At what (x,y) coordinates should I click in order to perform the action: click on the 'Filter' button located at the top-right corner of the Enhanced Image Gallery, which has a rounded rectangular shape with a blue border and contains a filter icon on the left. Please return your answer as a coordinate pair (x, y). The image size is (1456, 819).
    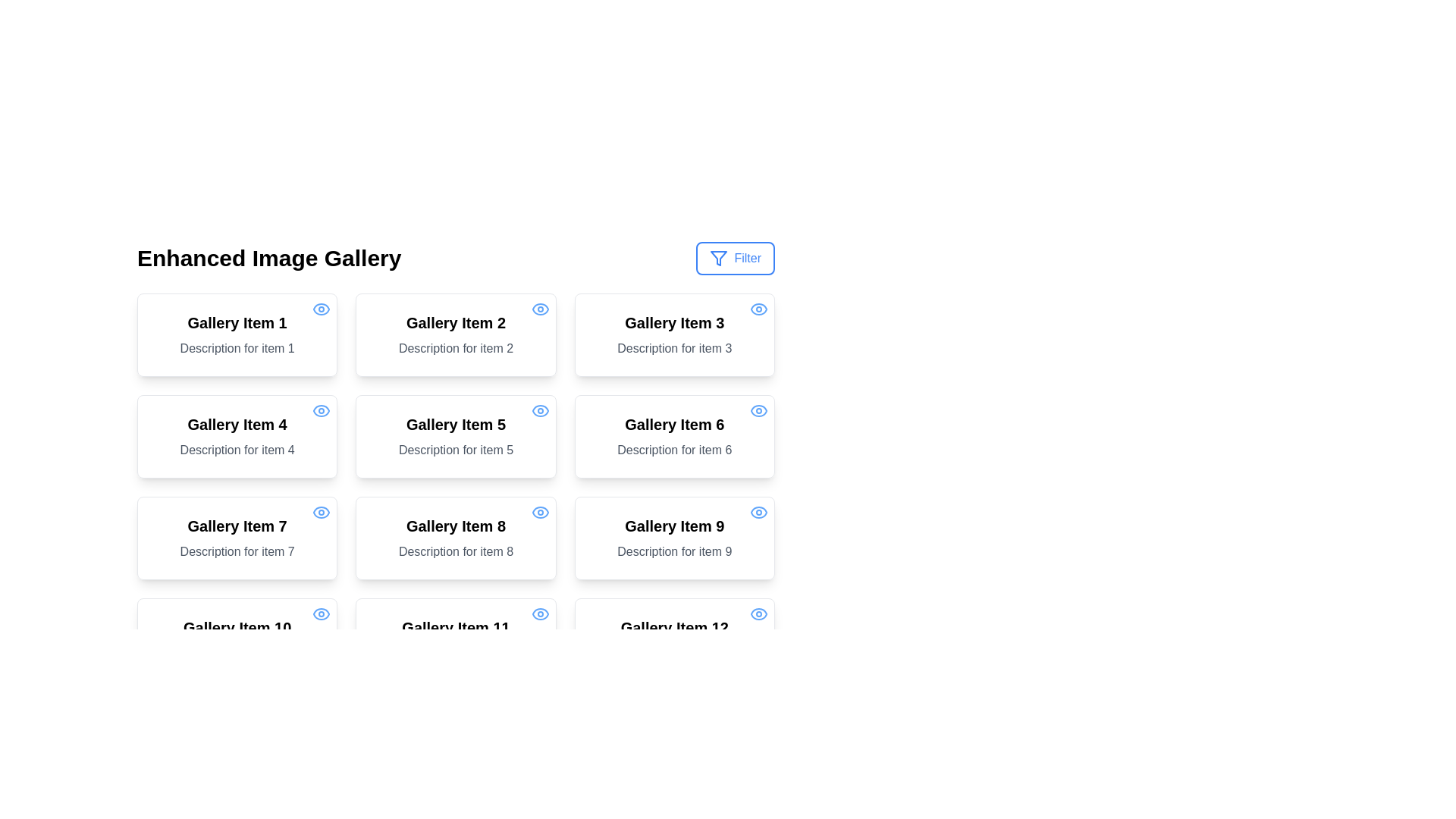
    Looking at the image, I should click on (736, 257).